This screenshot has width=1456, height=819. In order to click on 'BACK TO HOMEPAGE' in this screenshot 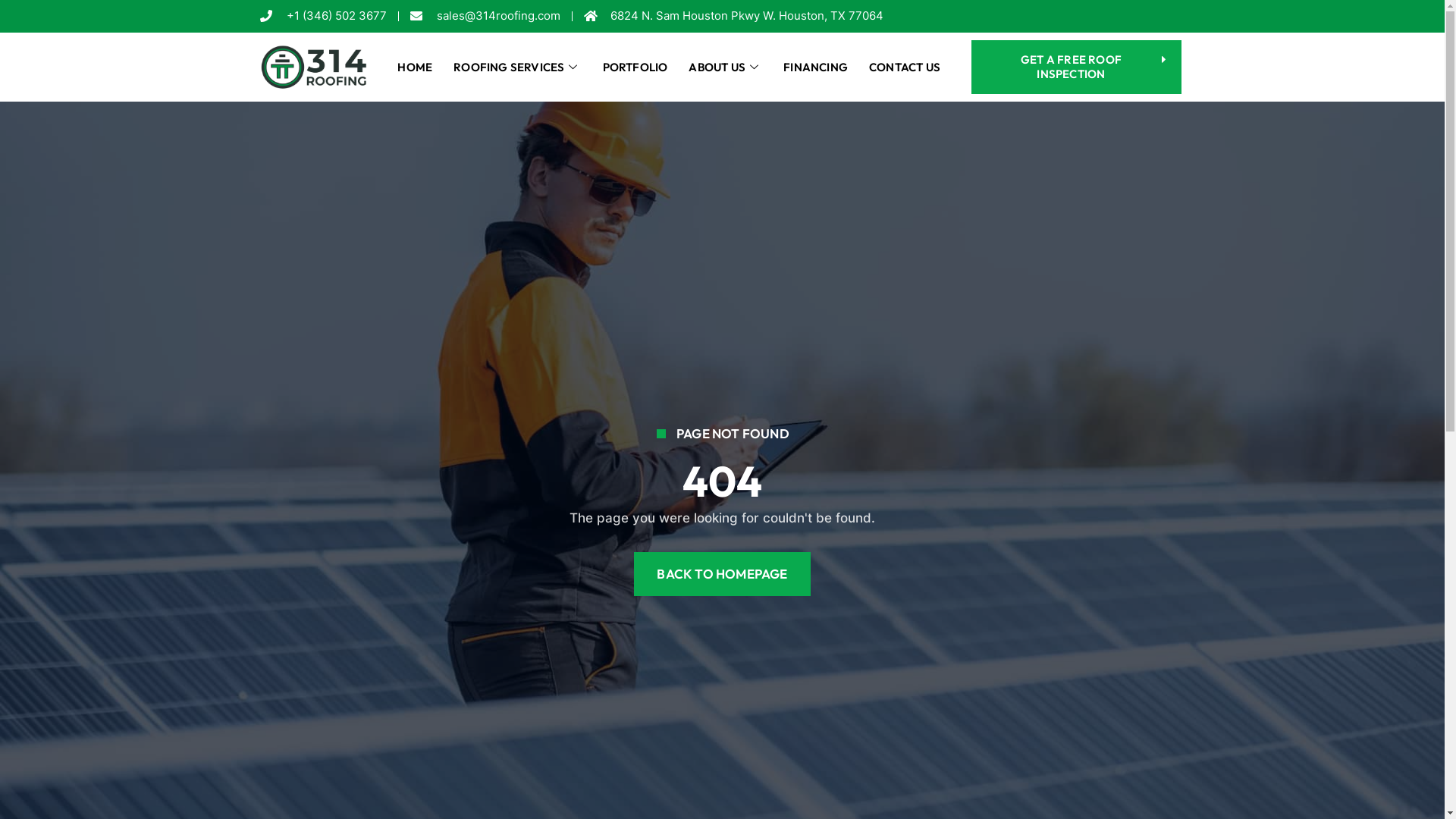, I will do `click(720, 573)`.